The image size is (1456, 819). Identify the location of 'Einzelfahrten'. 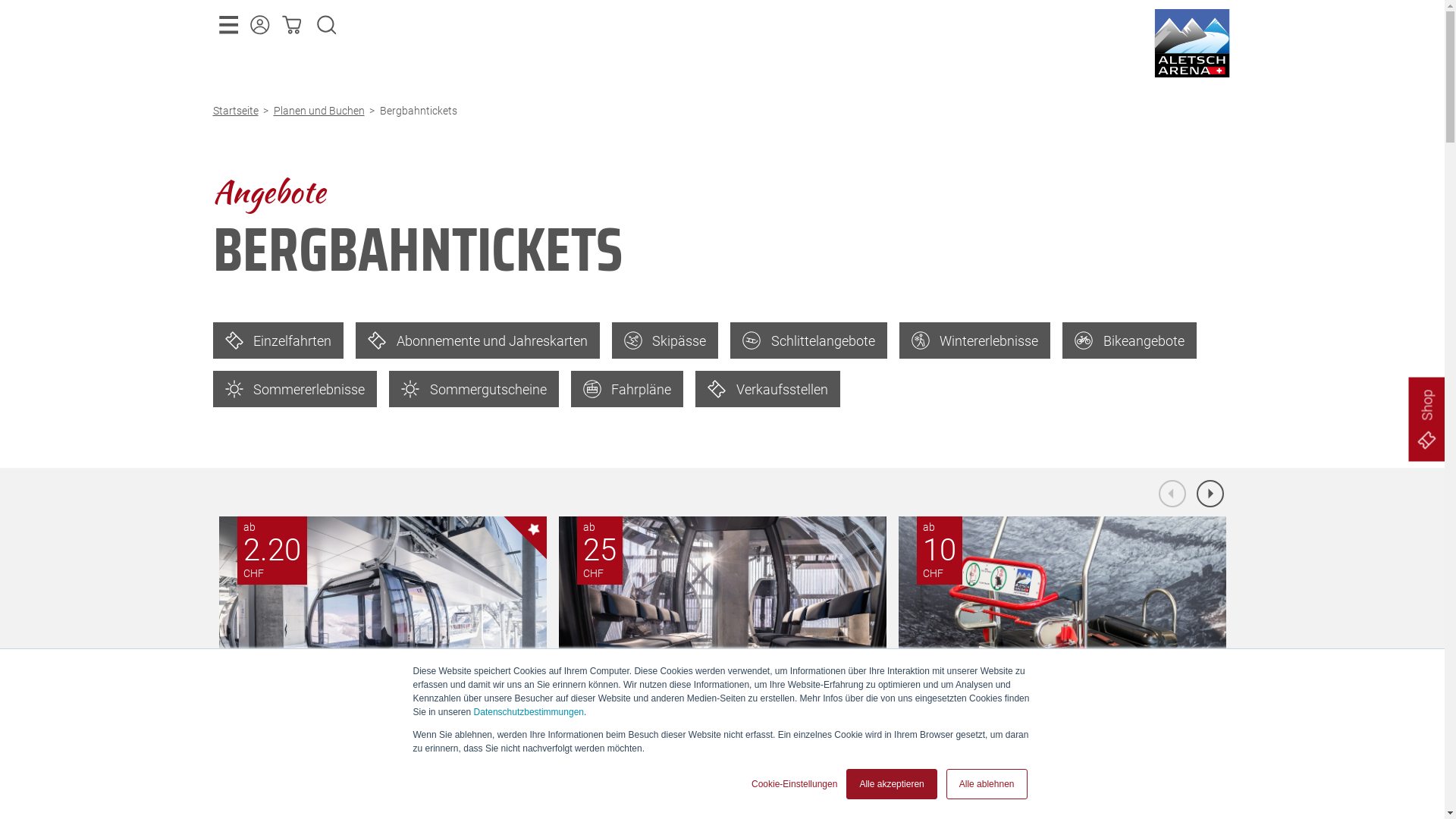
(278, 339).